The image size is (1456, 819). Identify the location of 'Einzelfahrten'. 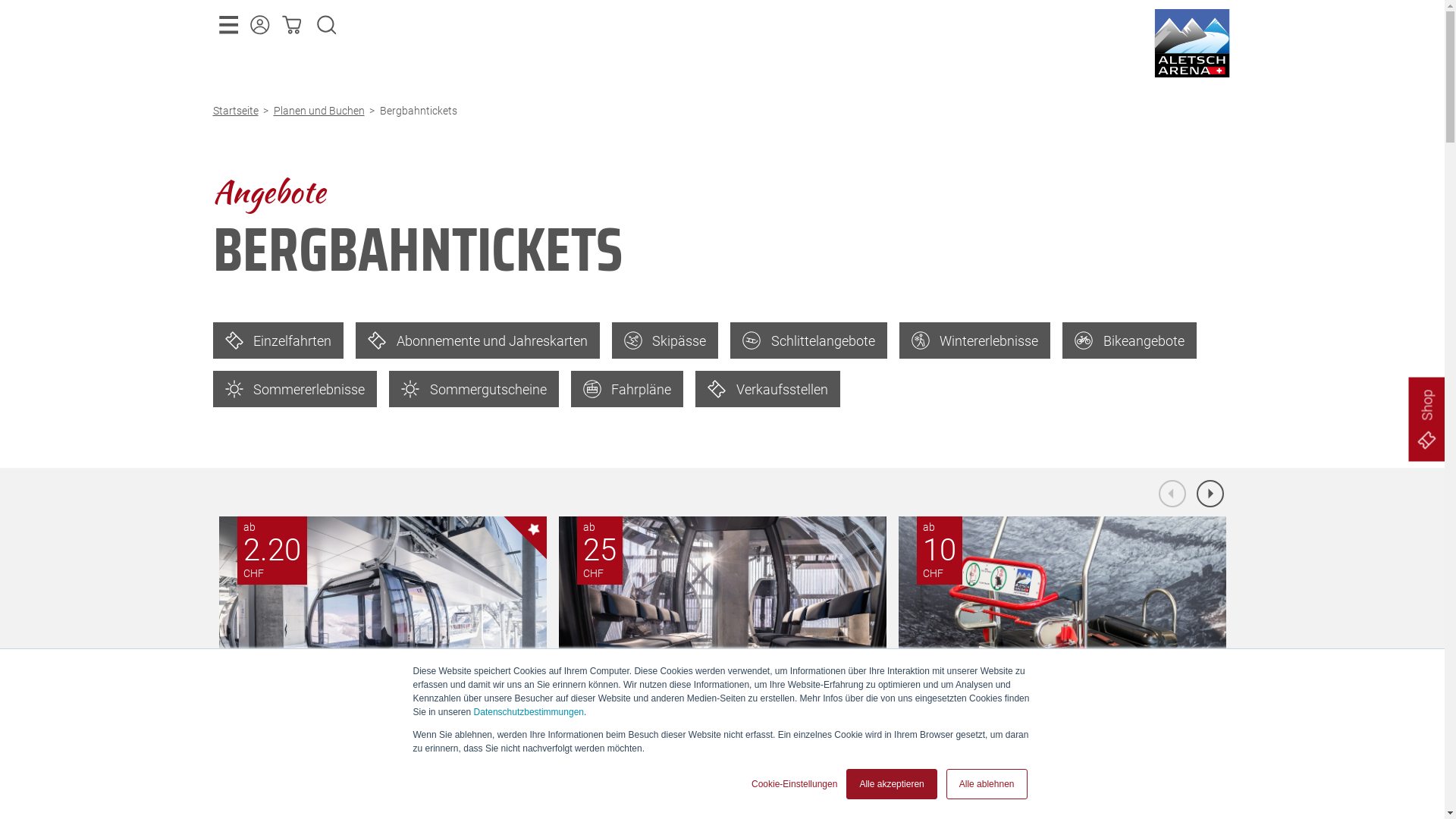
(278, 339).